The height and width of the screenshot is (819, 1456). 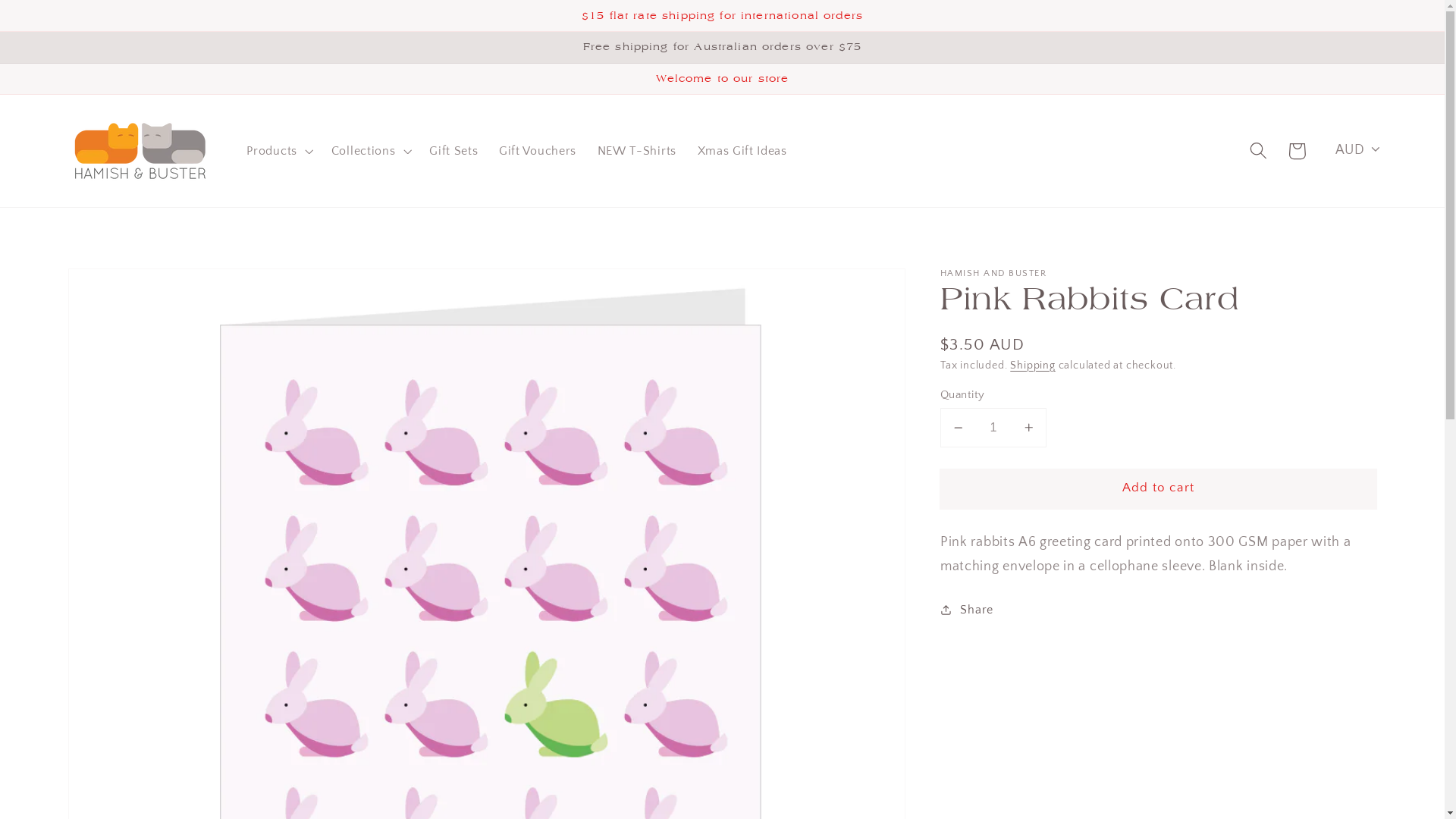 What do you see at coordinates (119, 287) in the screenshot?
I see `'Skip to product information'` at bounding box center [119, 287].